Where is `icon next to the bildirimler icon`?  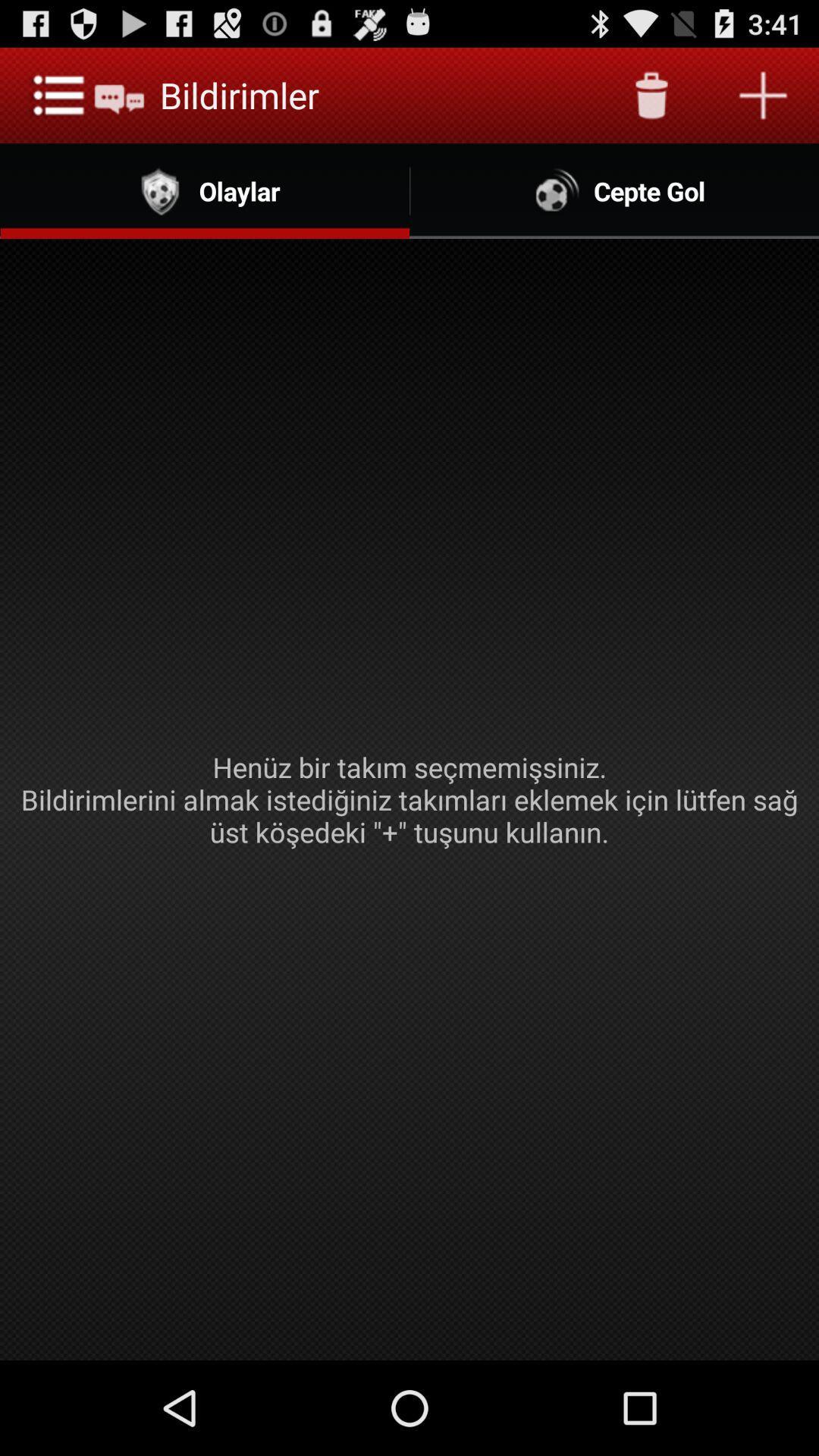
icon next to the bildirimler icon is located at coordinates (651, 94).